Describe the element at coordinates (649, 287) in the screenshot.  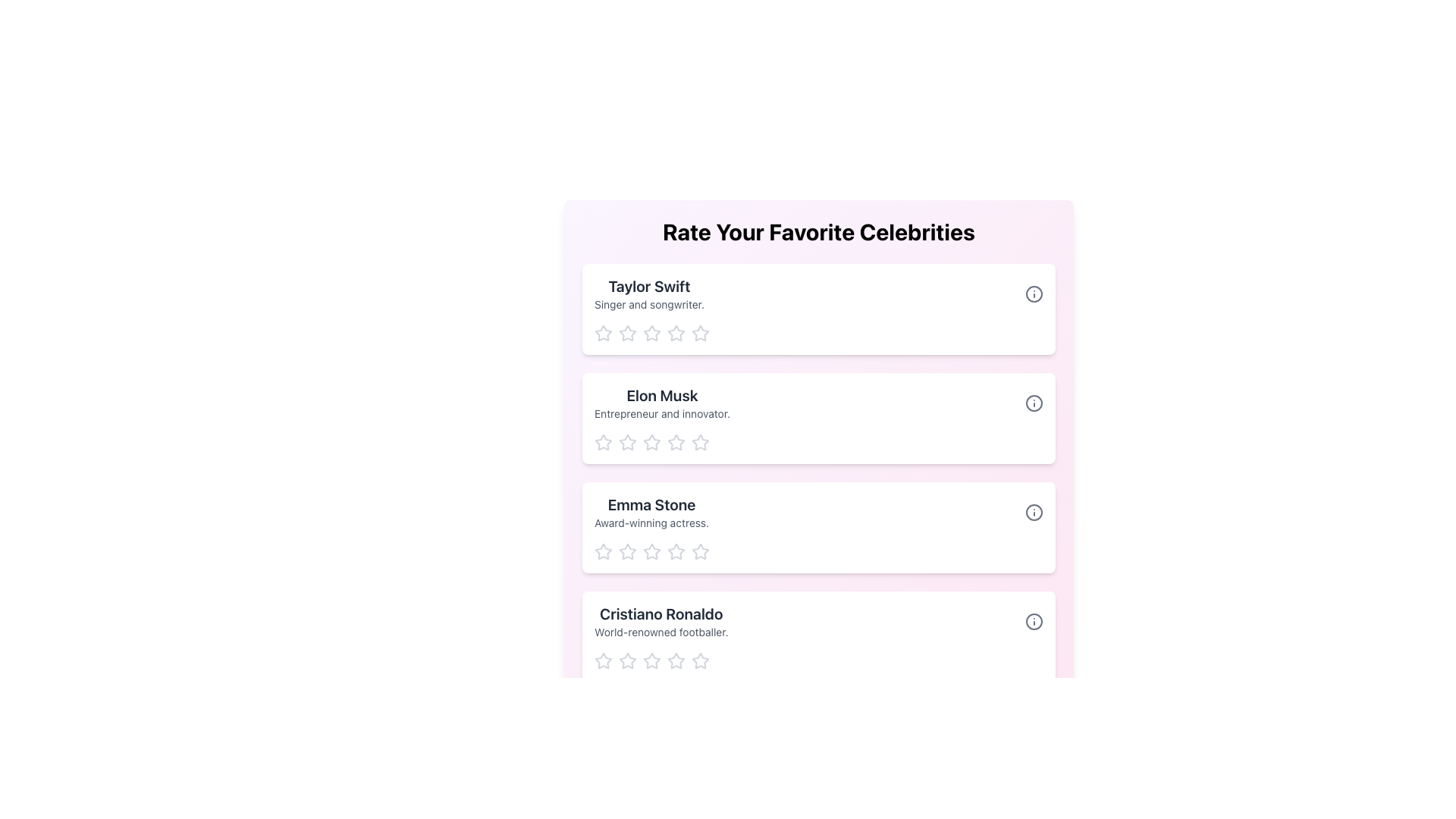
I see `the text label that serves as the title or name identifier for a profile card, positioned at the top of the card` at that location.